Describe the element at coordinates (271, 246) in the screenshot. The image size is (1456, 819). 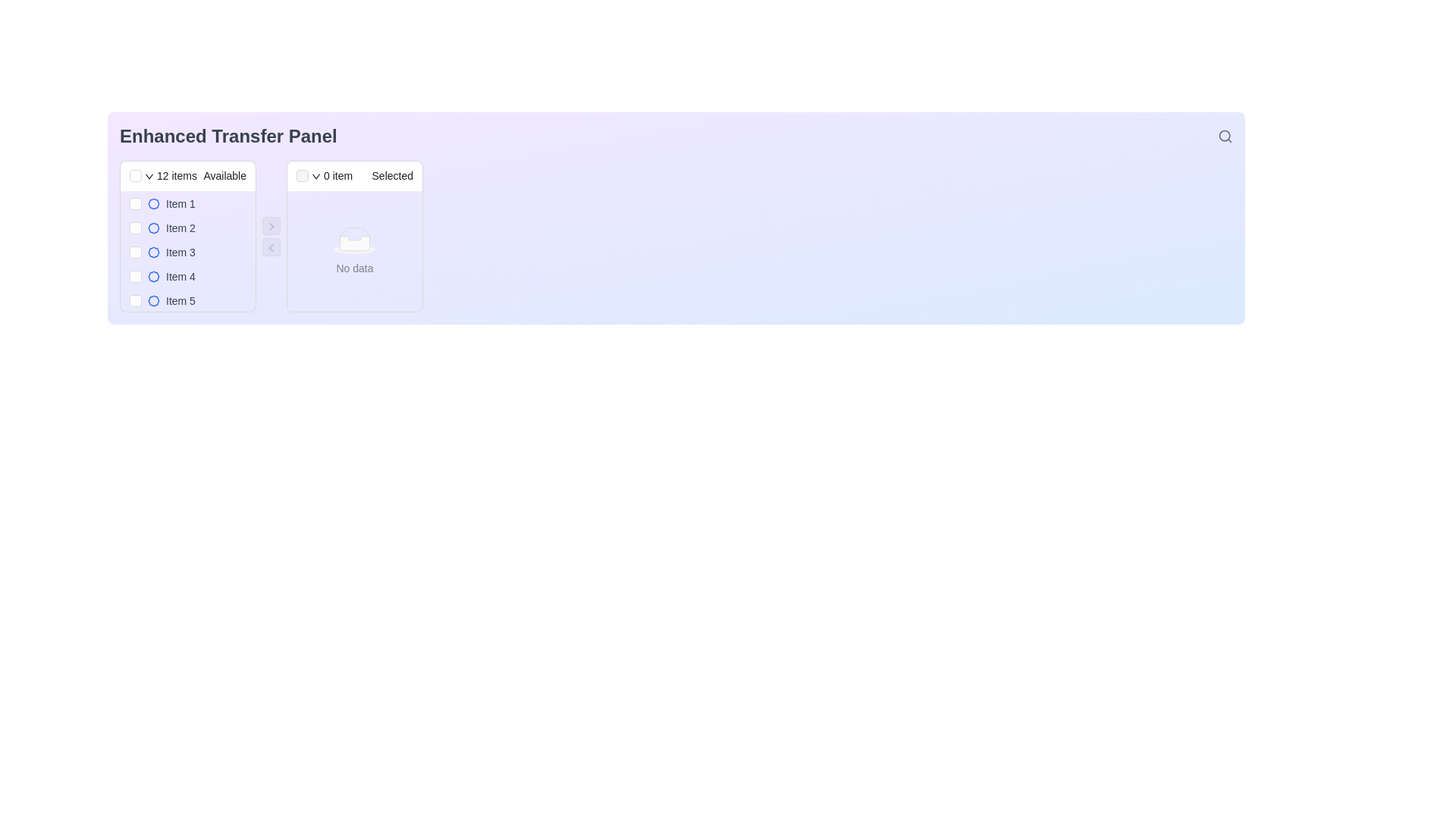
I see `the lower button in the group of two arrow buttons` at that location.